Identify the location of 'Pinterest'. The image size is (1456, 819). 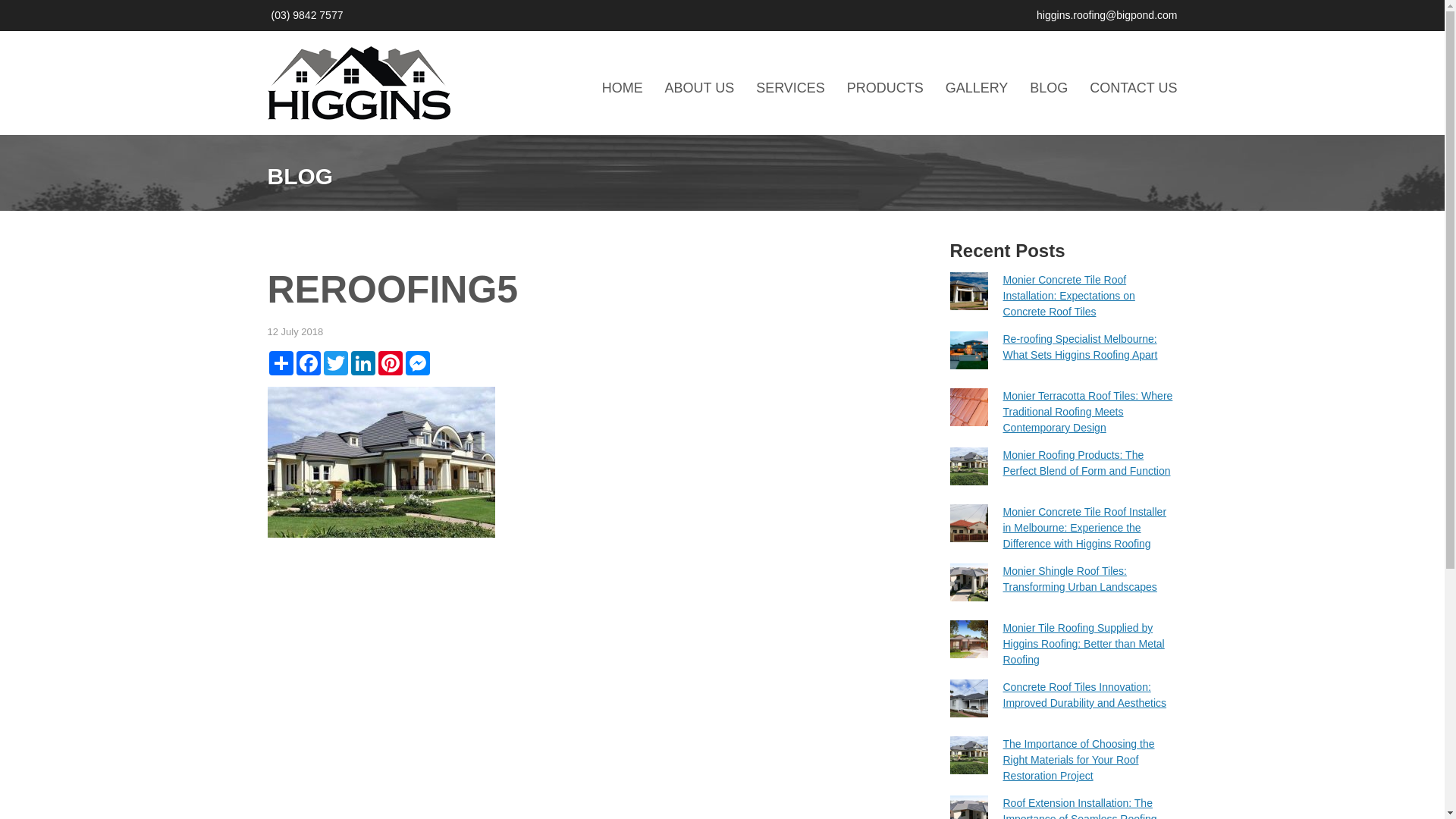
(389, 362).